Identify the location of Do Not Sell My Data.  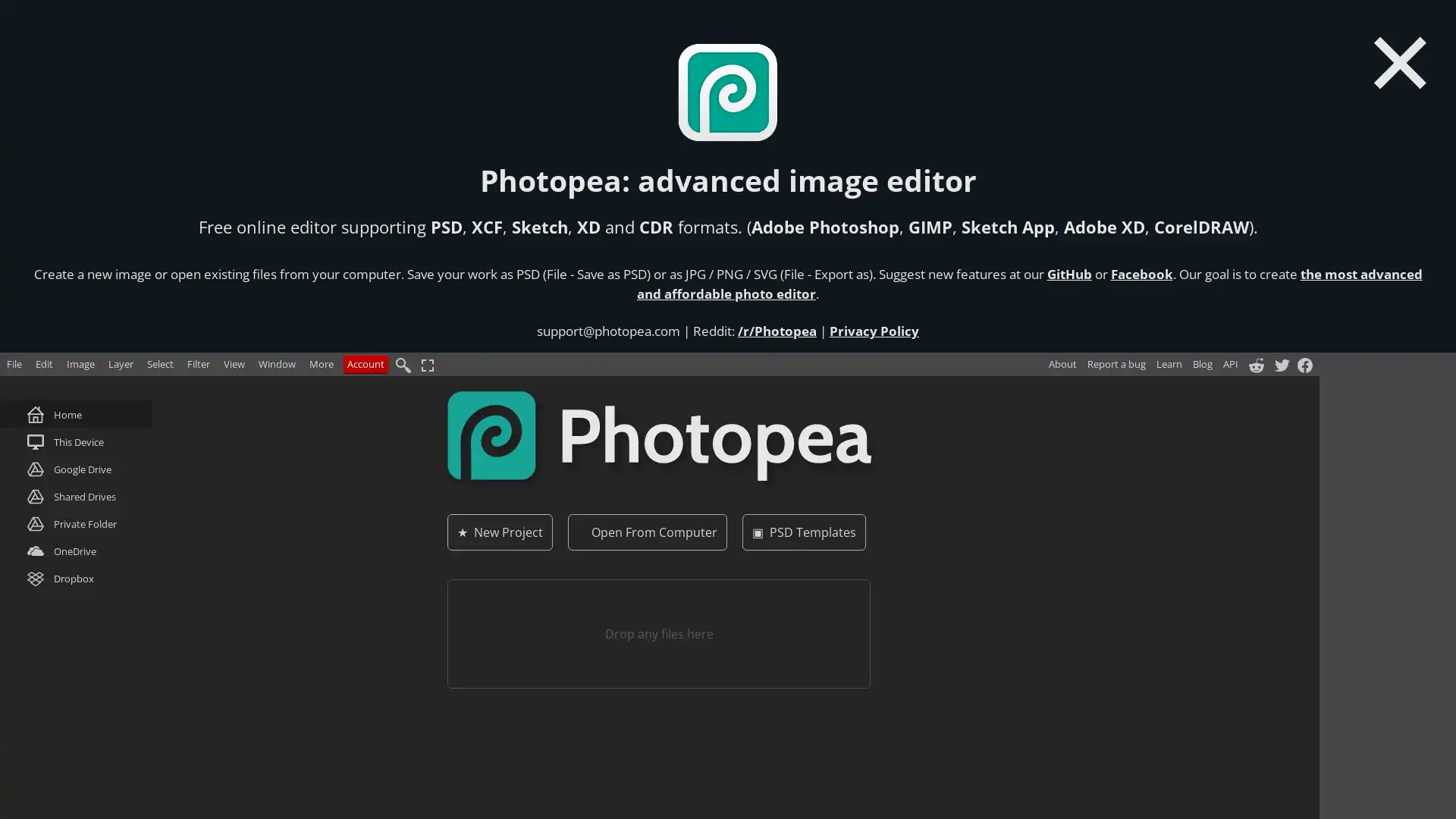
(102, 791).